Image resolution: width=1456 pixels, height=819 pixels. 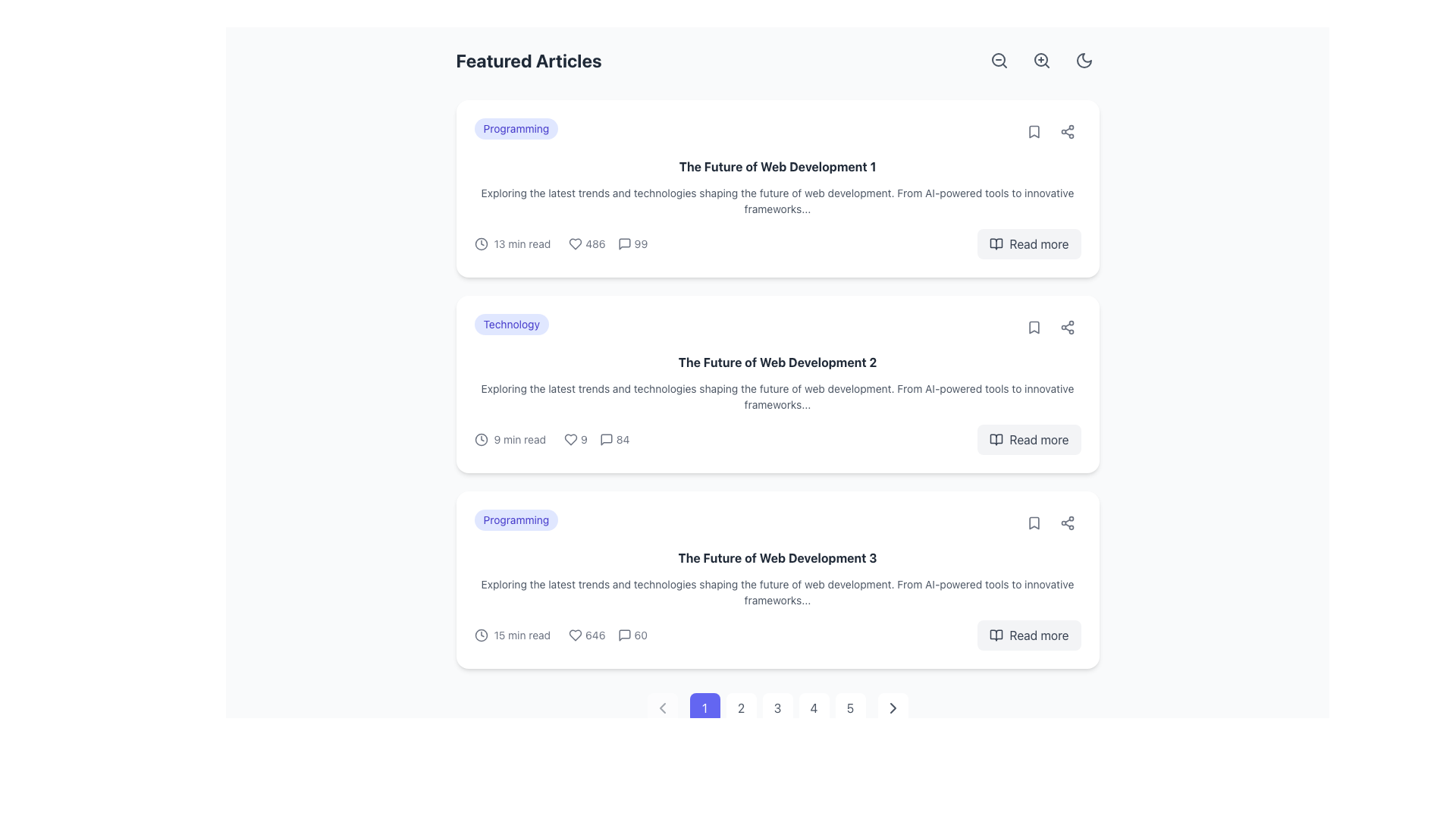 I want to click on the main circular component of the zoom-out icon by clicking on it to activate the zoom-out functionality, so click(x=998, y=58).